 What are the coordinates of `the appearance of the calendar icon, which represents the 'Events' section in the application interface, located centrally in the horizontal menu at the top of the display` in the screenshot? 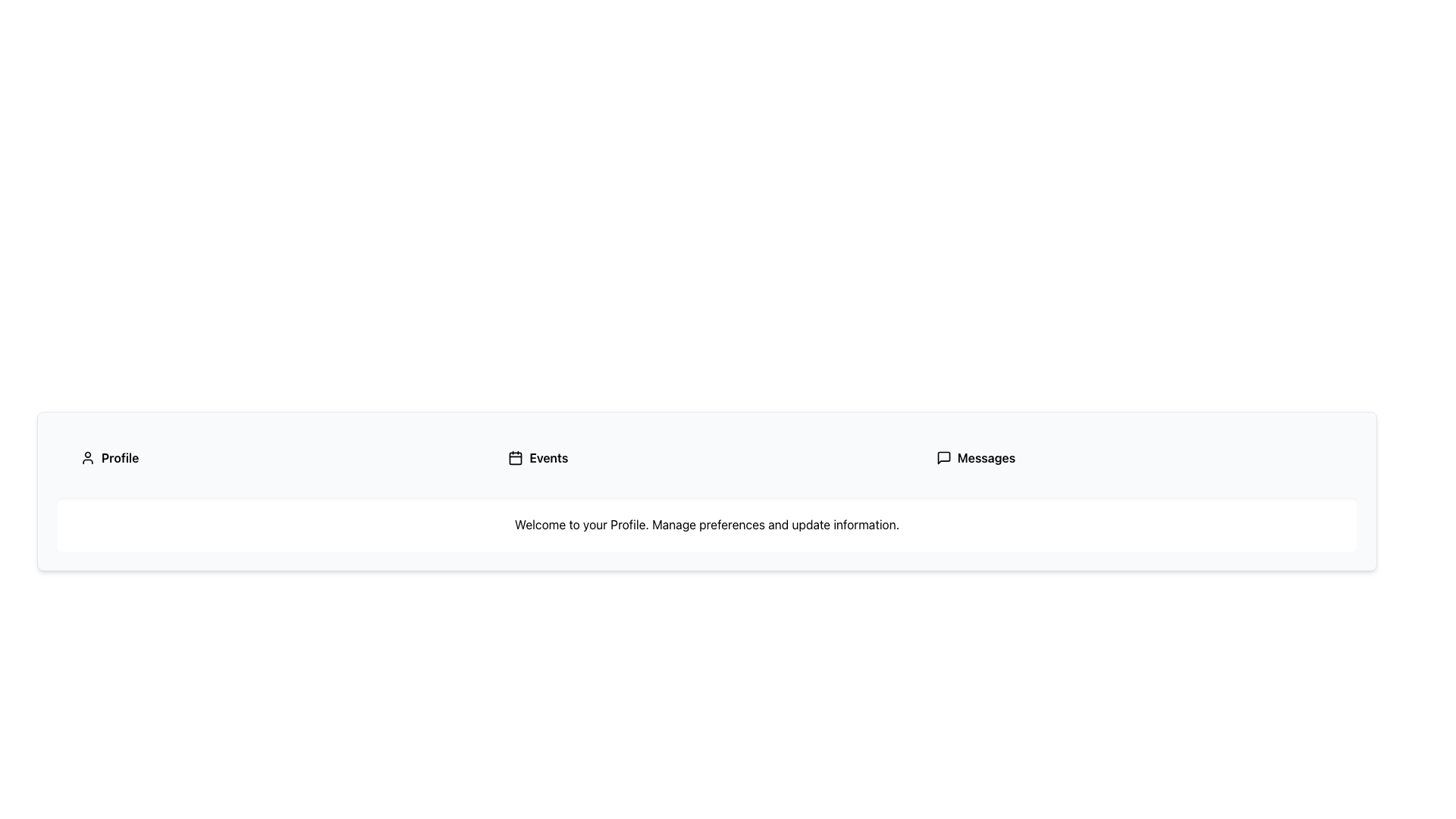 It's located at (516, 457).